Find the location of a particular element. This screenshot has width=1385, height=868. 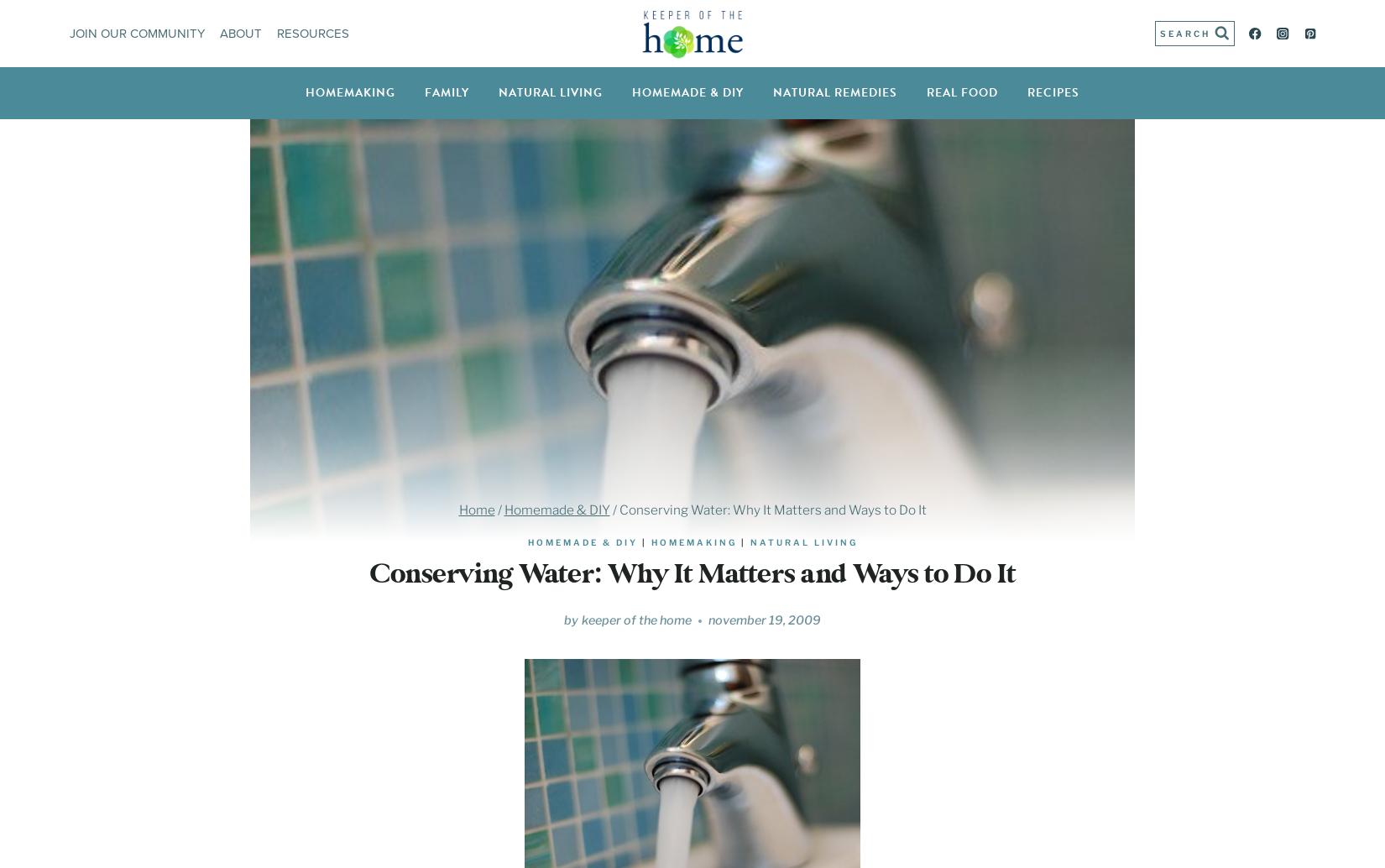

'Resources' is located at coordinates (313, 32).